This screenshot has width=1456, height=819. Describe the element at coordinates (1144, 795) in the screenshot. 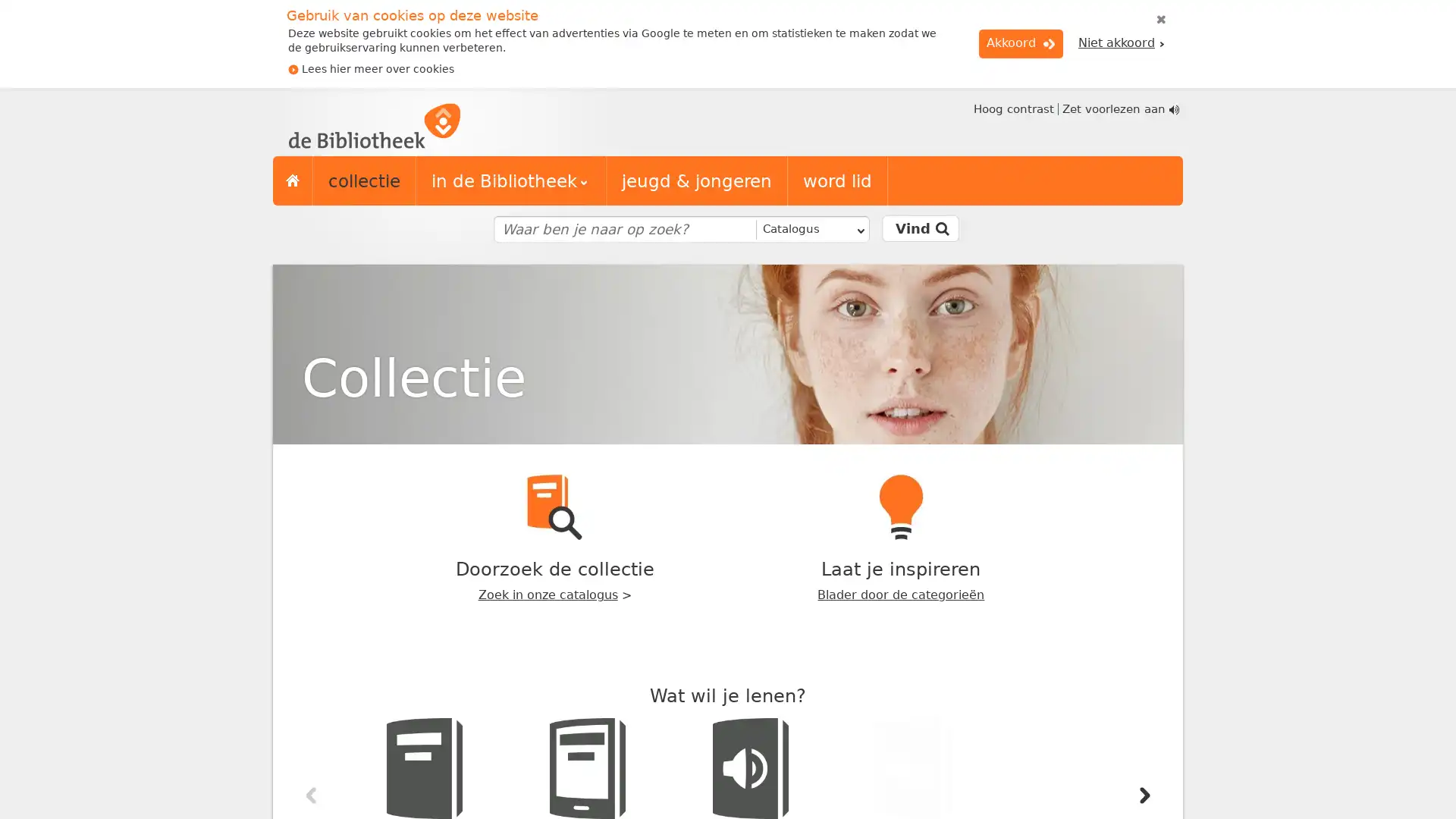

I see `Volgende` at that location.